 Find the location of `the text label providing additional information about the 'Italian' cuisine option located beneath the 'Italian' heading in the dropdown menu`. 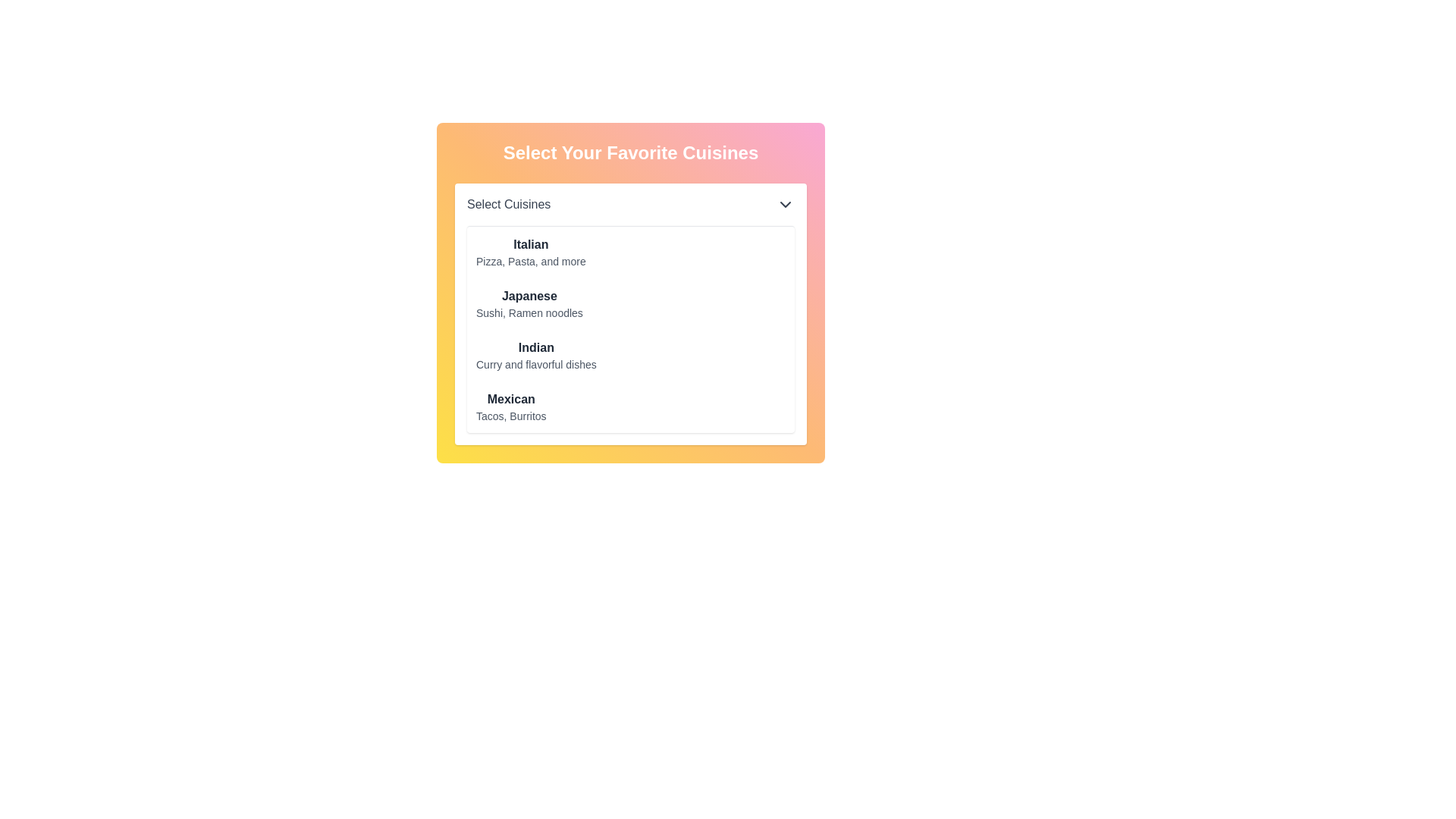

the text label providing additional information about the 'Italian' cuisine option located beneath the 'Italian' heading in the dropdown menu is located at coordinates (531, 260).